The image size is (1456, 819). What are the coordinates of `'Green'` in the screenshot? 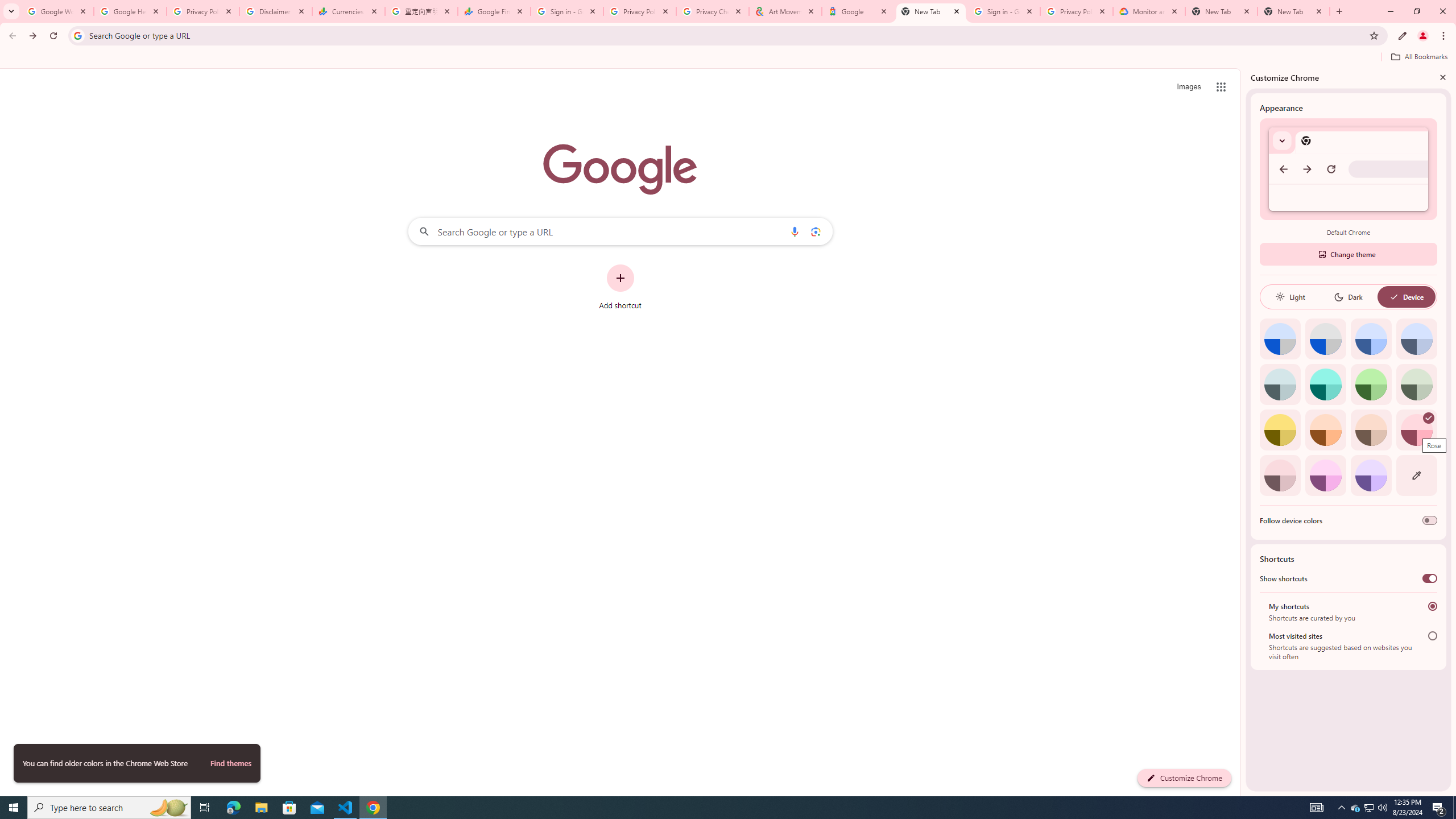 It's located at (1371, 383).